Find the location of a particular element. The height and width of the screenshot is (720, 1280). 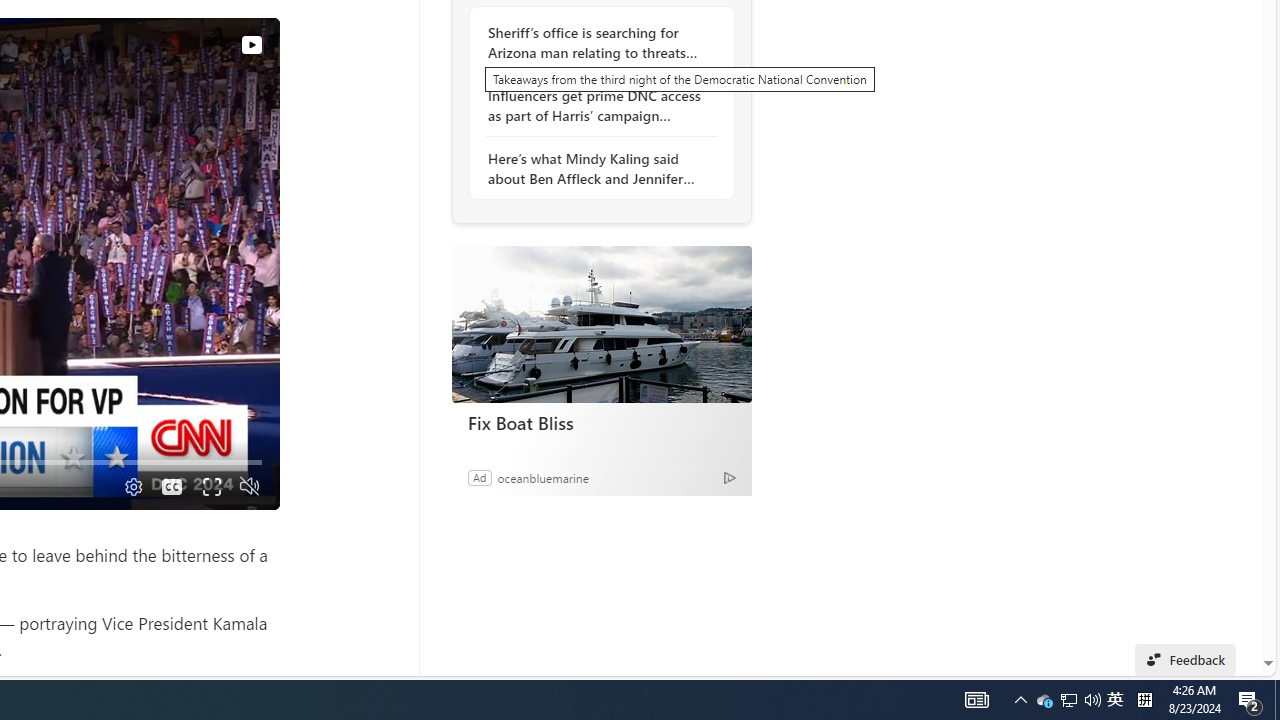

'Unmute' is located at coordinates (248, 486).